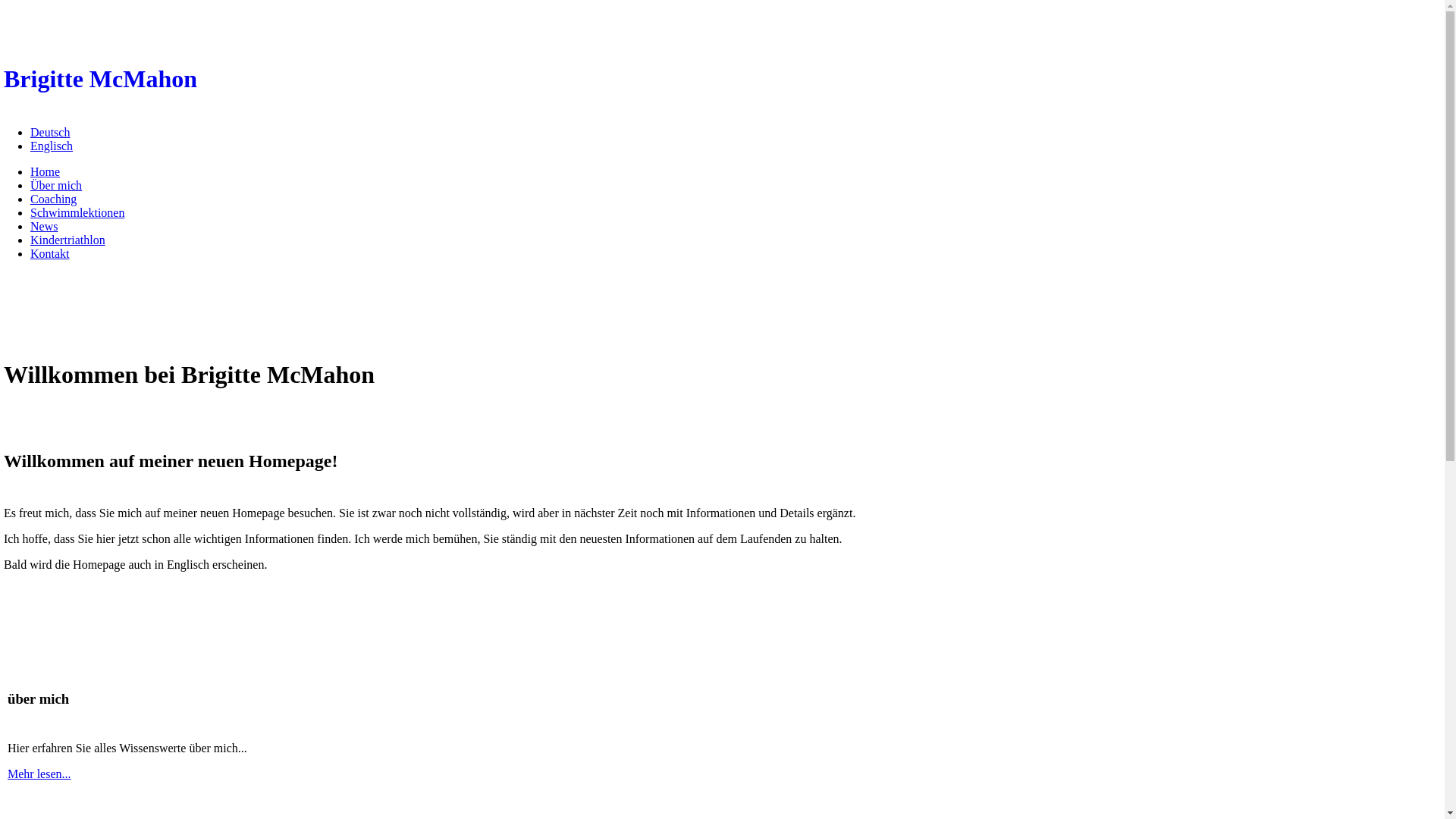 The height and width of the screenshot is (819, 1456). What do you see at coordinates (51, 146) in the screenshot?
I see `'Englisch'` at bounding box center [51, 146].